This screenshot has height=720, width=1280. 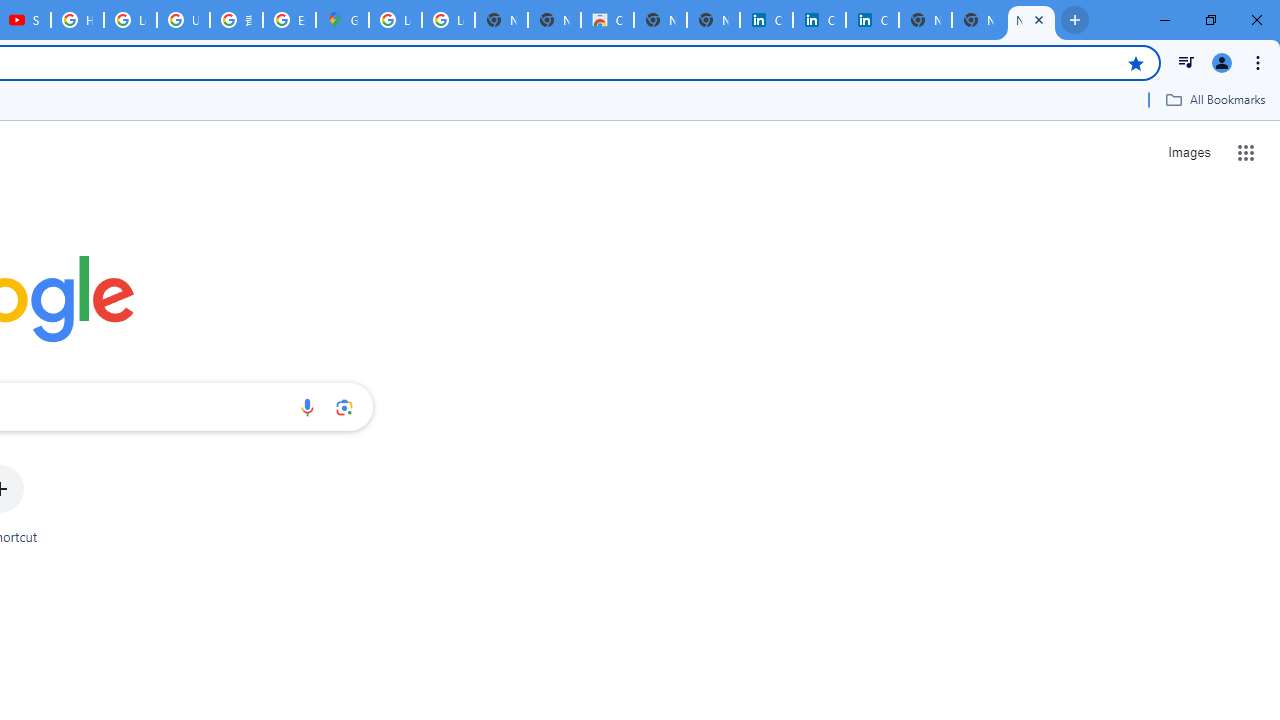 I want to click on 'Google Maps', so click(x=342, y=20).